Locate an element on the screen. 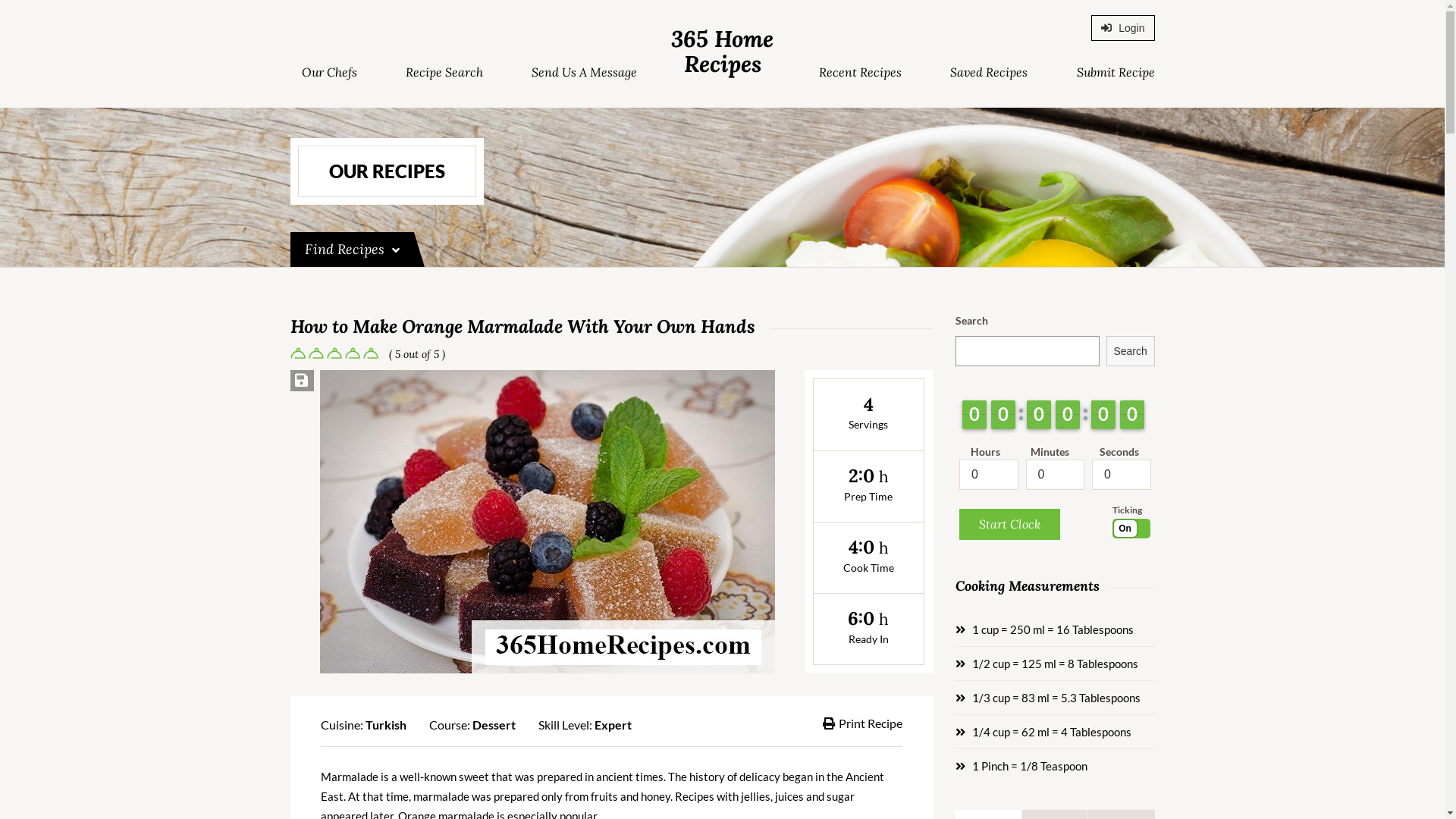 The height and width of the screenshot is (819, 1456). 'Recipe Search' is located at coordinates (443, 73).